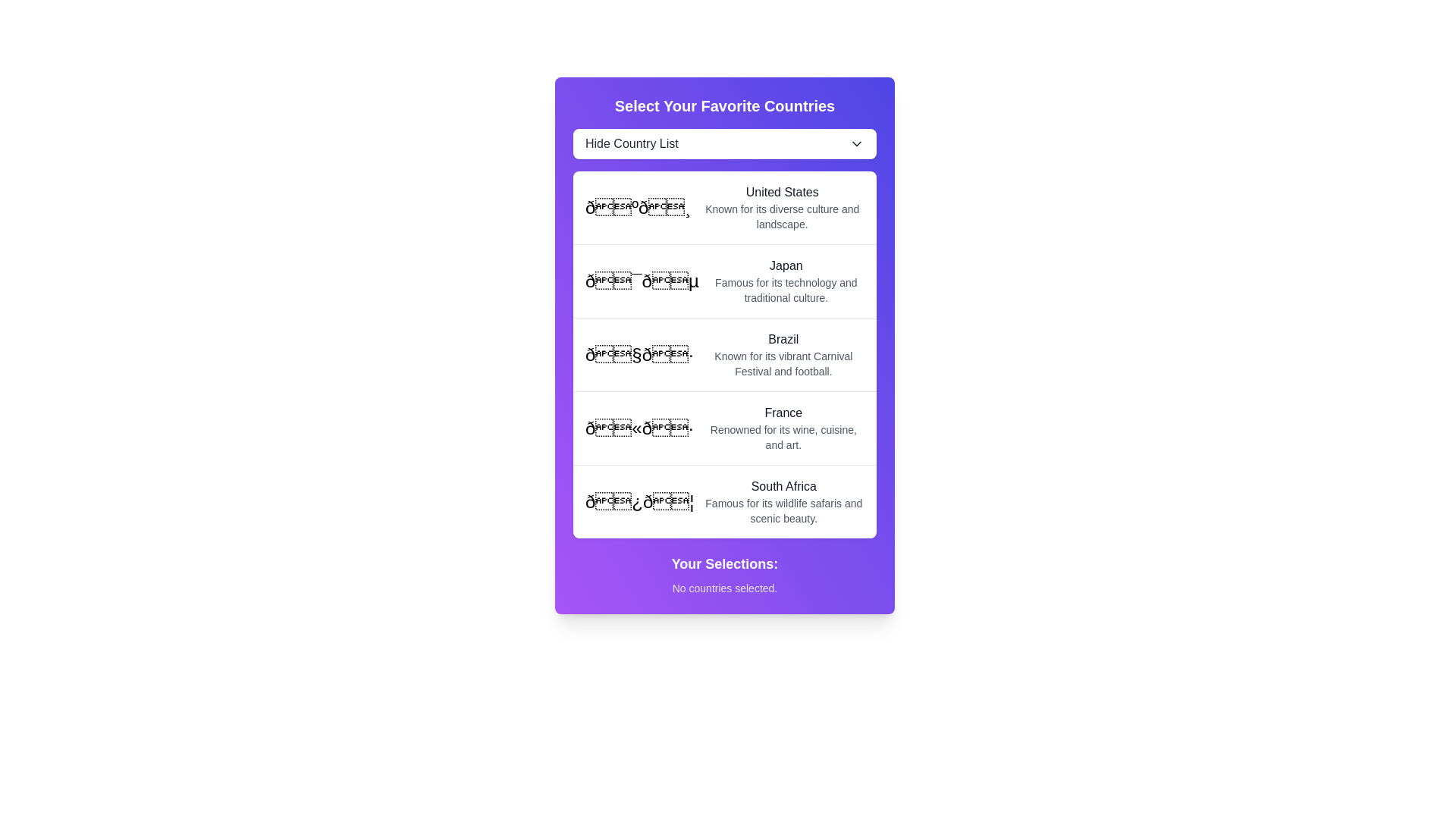 The width and height of the screenshot is (1456, 819). What do you see at coordinates (723, 501) in the screenshot?
I see `the descriptive list item for South Africa, which features a flag emoji and bold text` at bounding box center [723, 501].